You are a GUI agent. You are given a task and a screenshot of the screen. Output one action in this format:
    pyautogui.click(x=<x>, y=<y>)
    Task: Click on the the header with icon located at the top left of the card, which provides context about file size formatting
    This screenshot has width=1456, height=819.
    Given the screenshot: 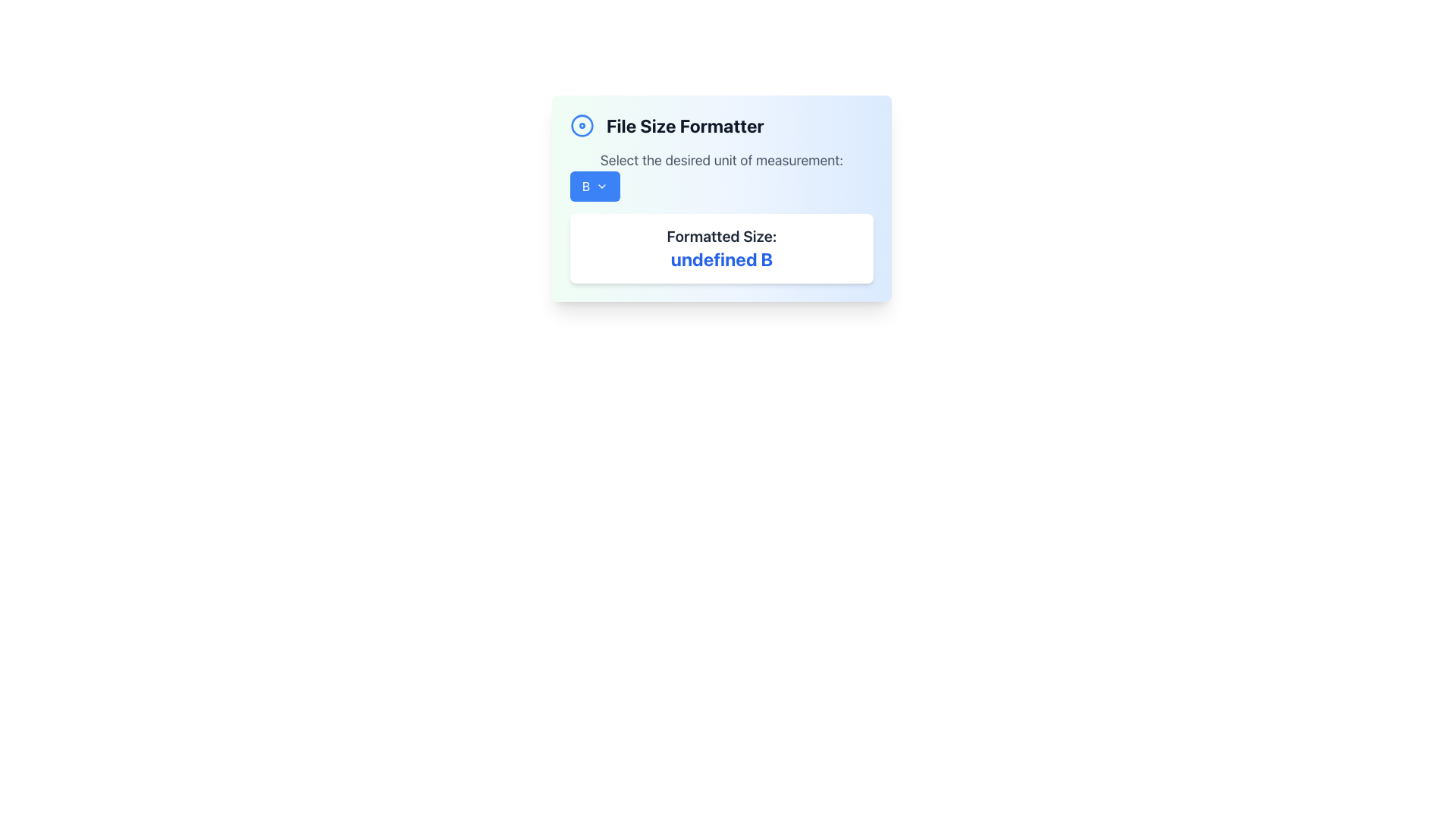 What is the action you would take?
    pyautogui.click(x=720, y=124)
    